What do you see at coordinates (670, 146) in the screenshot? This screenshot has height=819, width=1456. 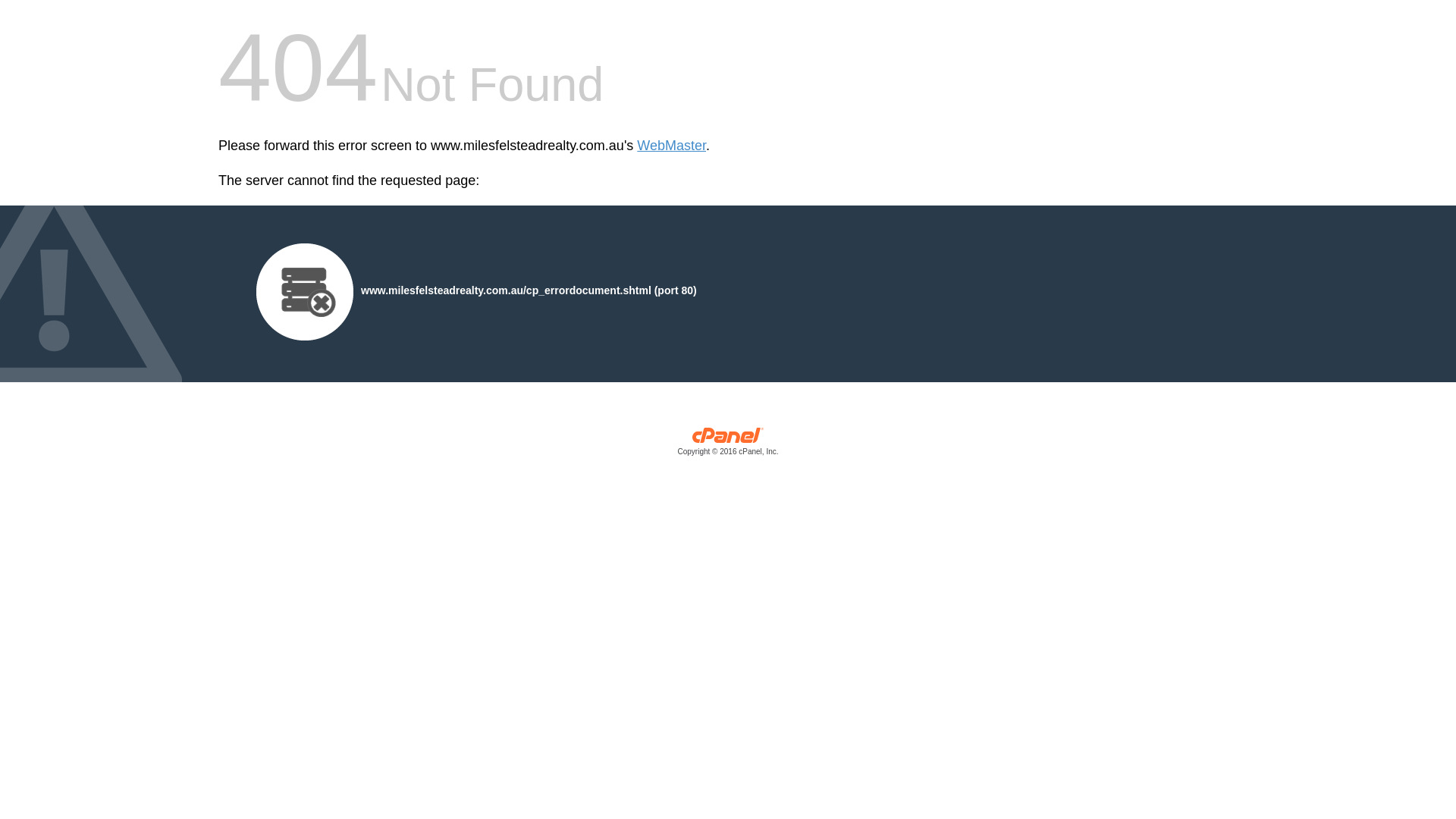 I see `'WebMaster'` at bounding box center [670, 146].